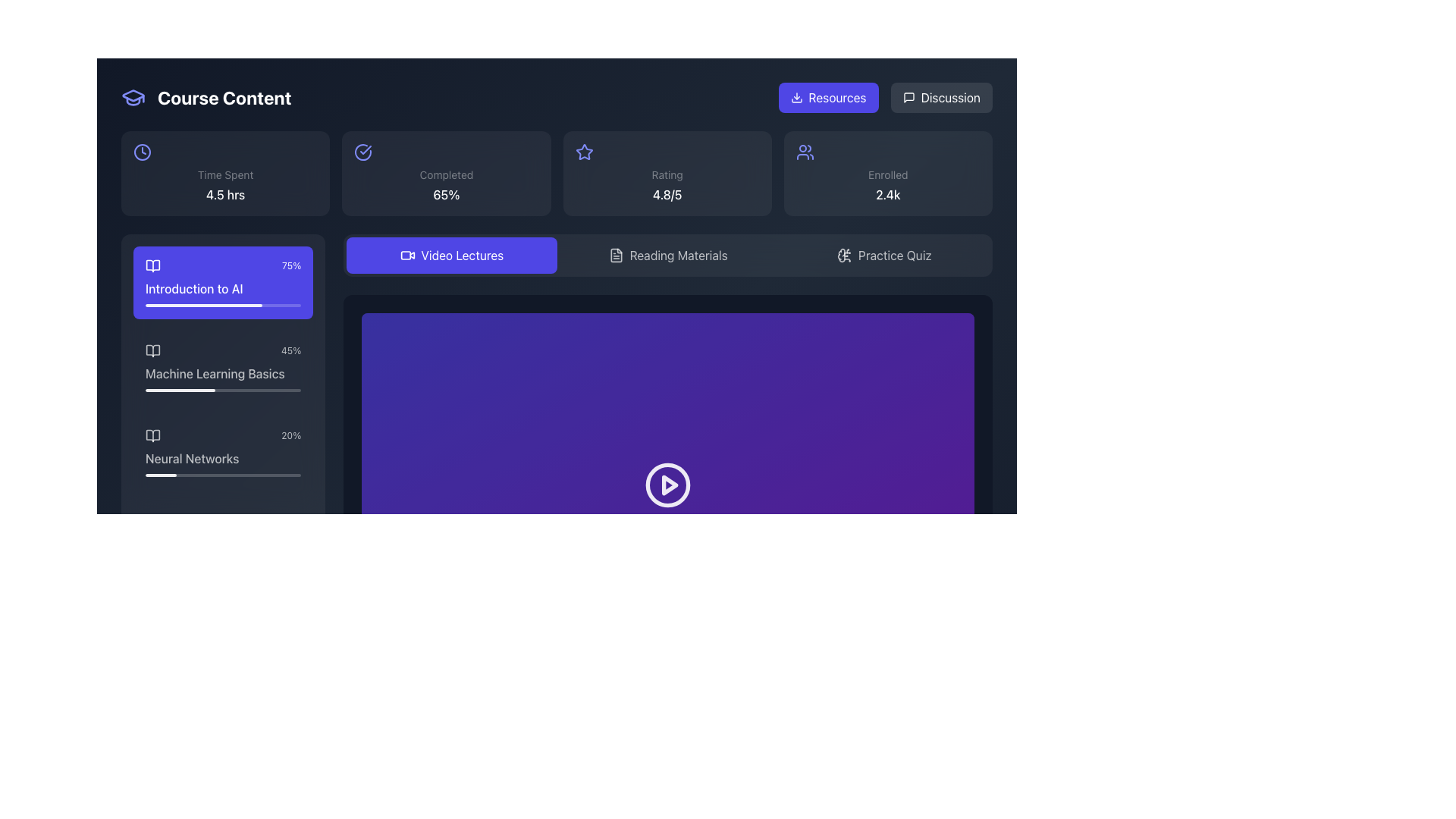 This screenshot has width=1456, height=819. What do you see at coordinates (667, 485) in the screenshot?
I see `the play button located in the purple content section under the 'Video Lectures' label to receive visual feedback` at bounding box center [667, 485].